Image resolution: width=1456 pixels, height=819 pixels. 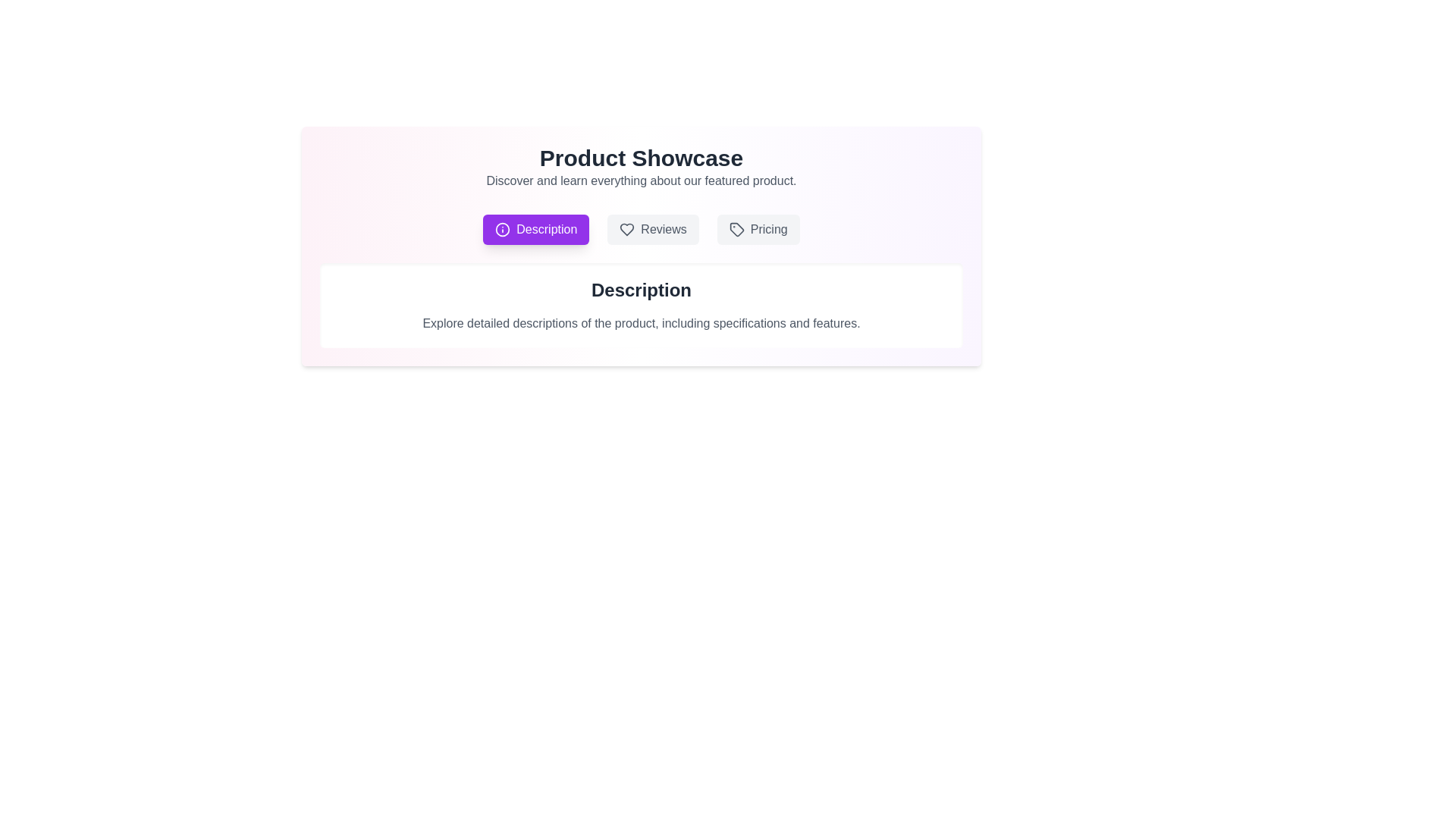 I want to click on the Pricing tab, so click(x=758, y=230).